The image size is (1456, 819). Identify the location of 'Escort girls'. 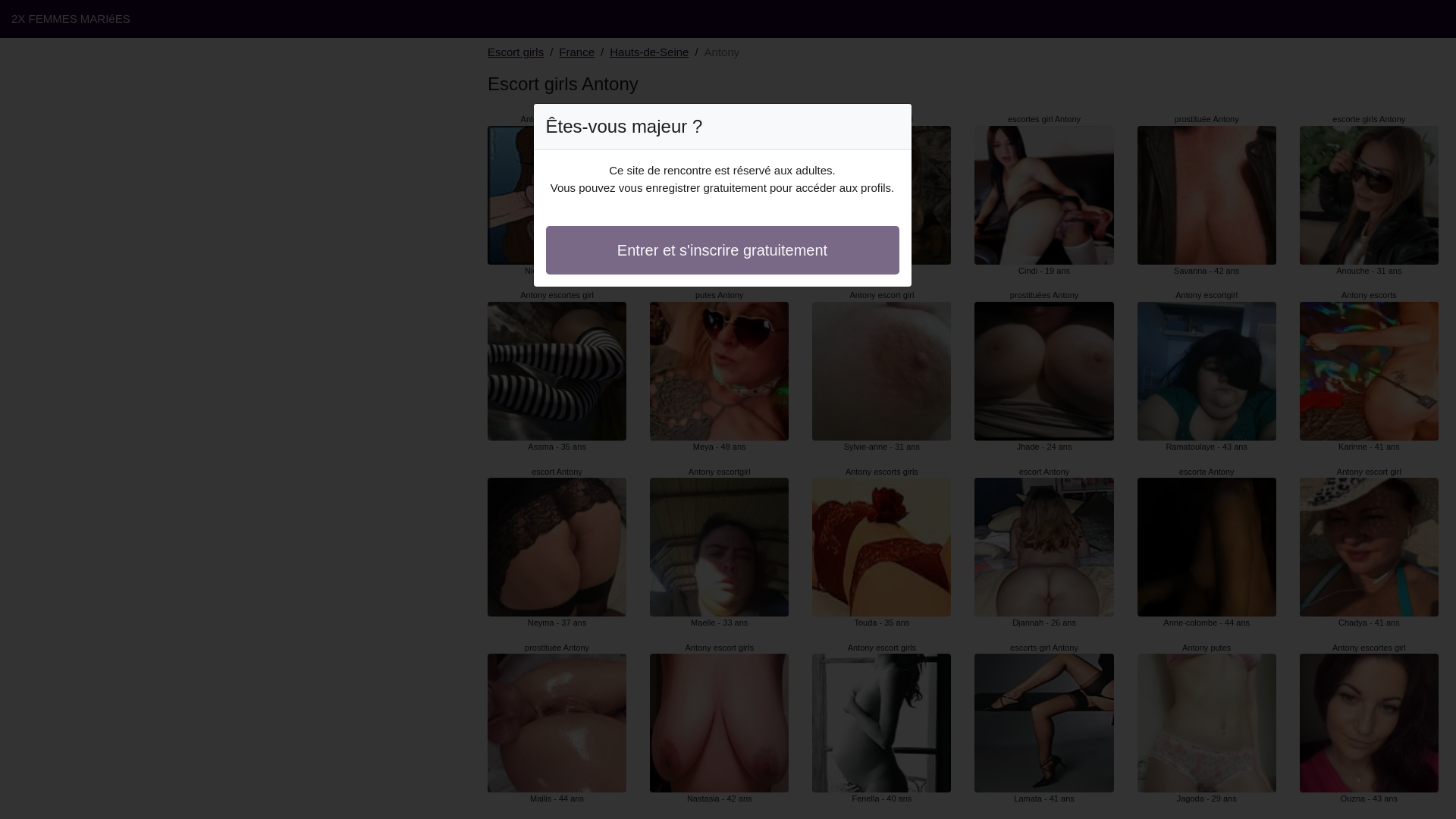
(516, 52).